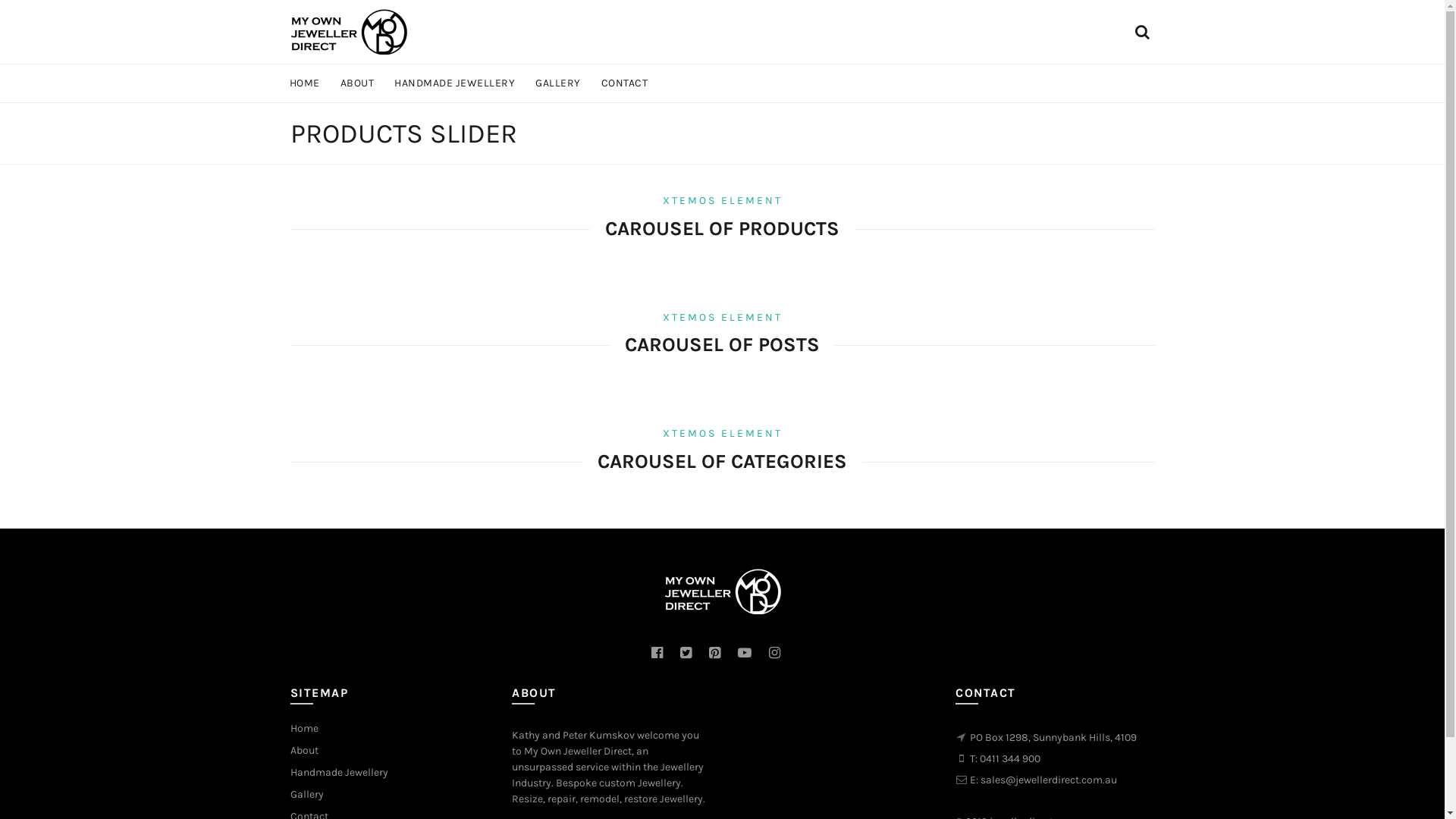 The height and width of the screenshot is (819, 1456). Describe the element at coordinates (384, 83) in the screenshot. I see `'HANDMADE JEWELLERY'` at that location.